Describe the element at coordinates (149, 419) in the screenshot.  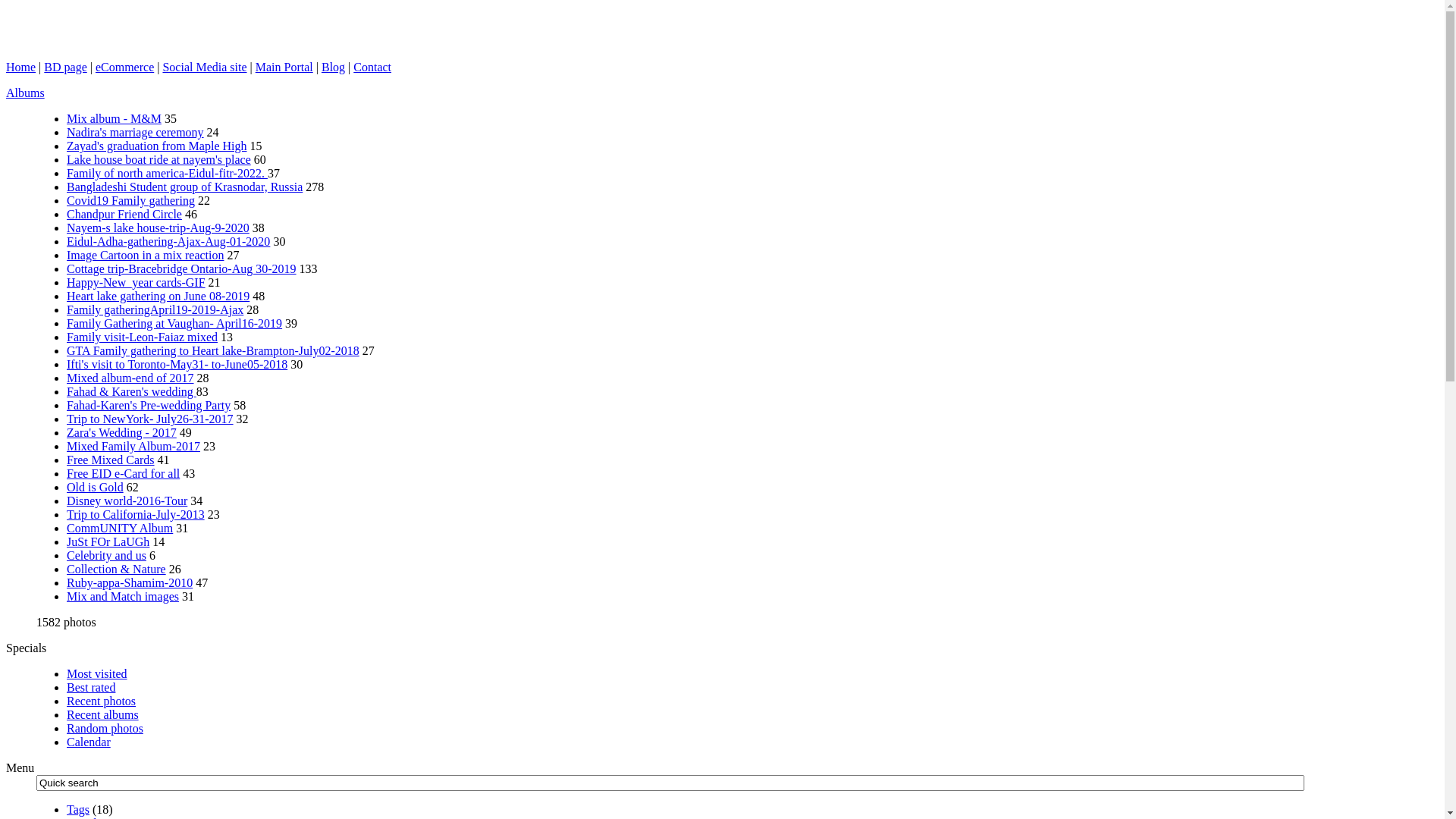
I see `'Trip to NewYork- July26-31-2017'` at that location.